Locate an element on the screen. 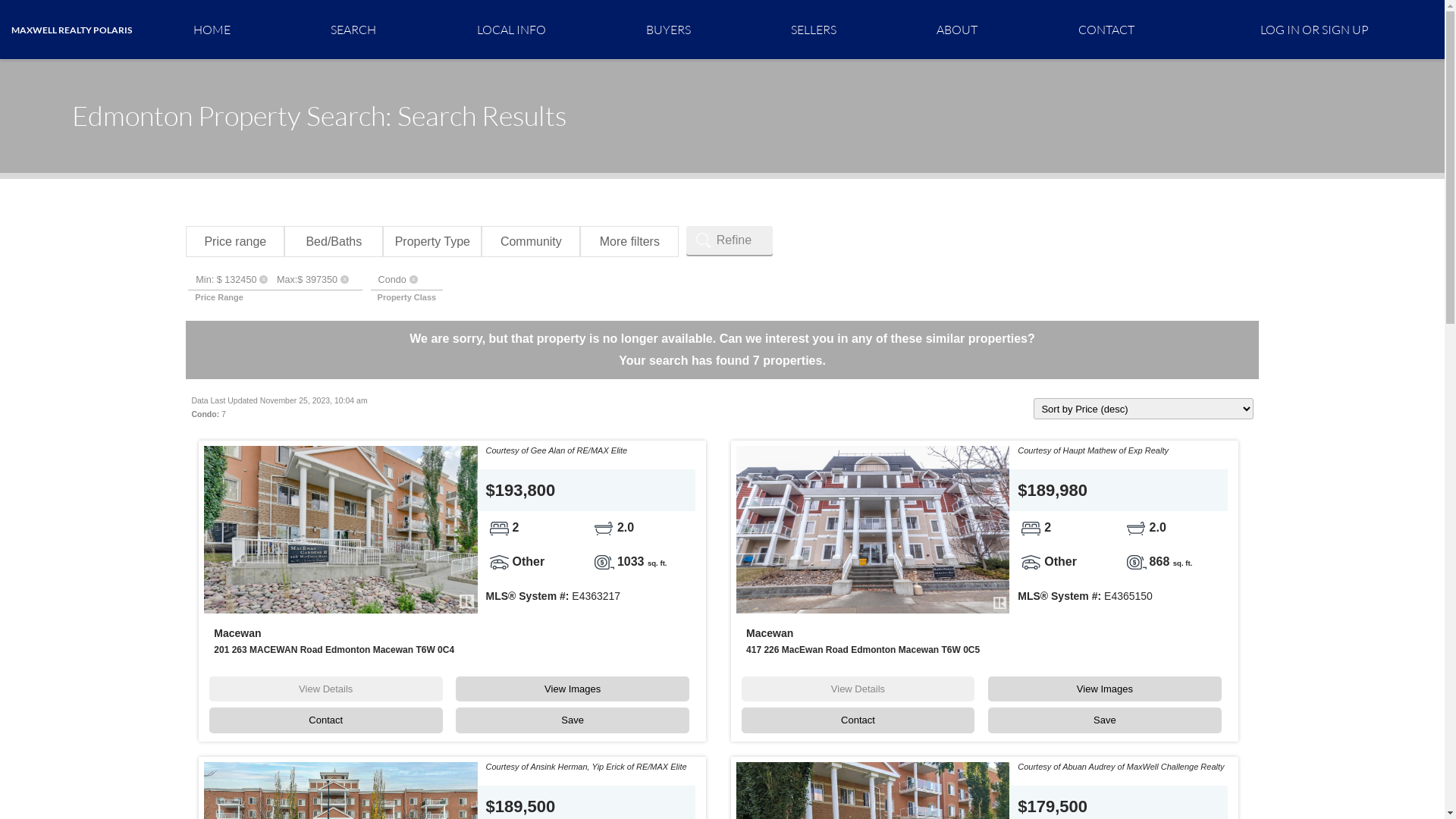  'SEARCH' is located at coordinates (280, 29).